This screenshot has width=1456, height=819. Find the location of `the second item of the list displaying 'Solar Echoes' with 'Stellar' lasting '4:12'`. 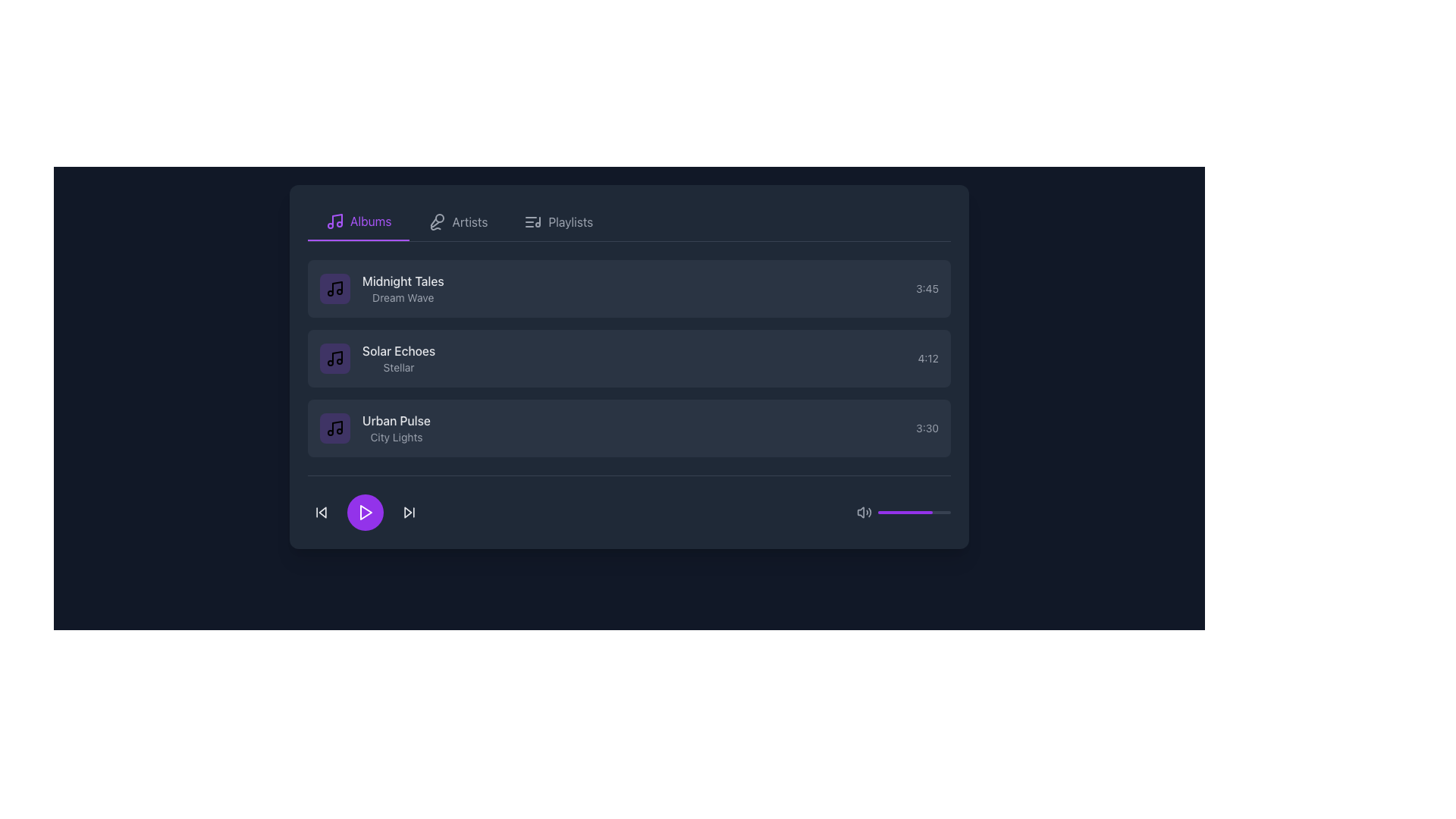

the second item of the list displaying 'Solar Echoes' with 'Stellar' lasting '4:12' is located at coordinates (629, 359).